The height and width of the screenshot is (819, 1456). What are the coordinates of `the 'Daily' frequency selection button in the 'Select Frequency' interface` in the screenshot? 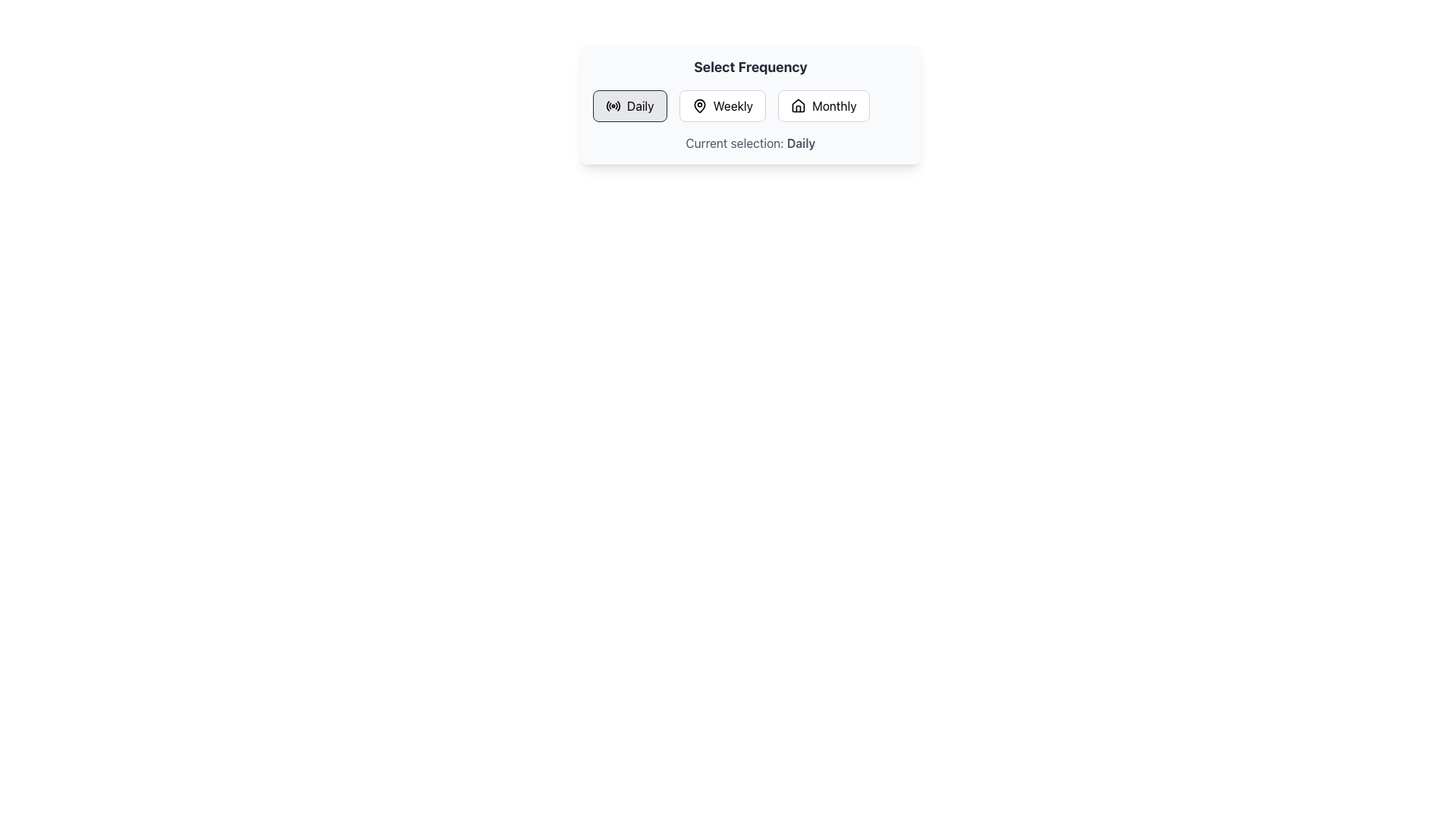 It's located at (629, 105).